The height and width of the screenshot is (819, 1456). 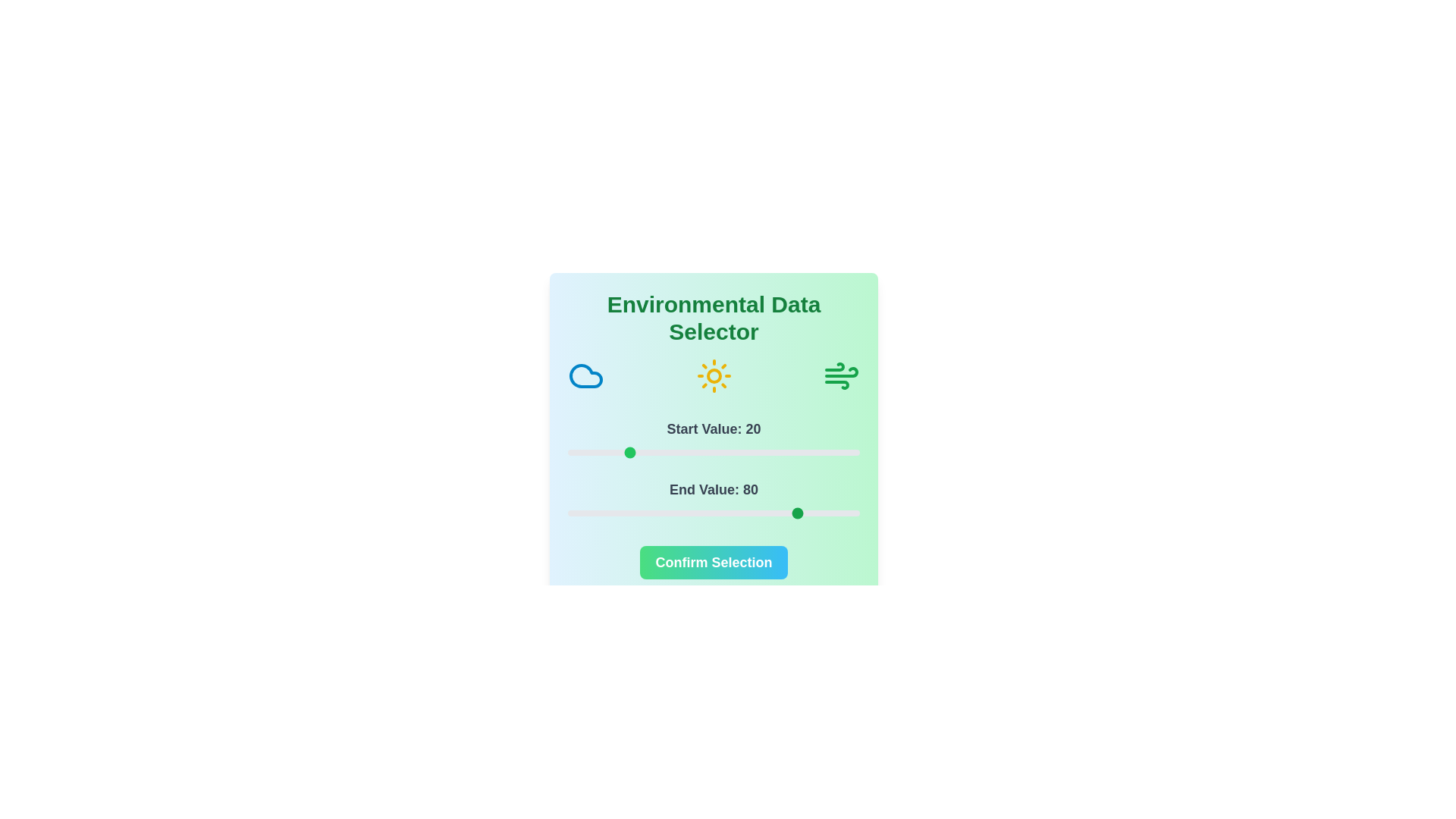 I want to click on the second range slider located below the 'Start Value: 20' slider and above the 'Confirm Selection' button, so click(x=713, y=500).